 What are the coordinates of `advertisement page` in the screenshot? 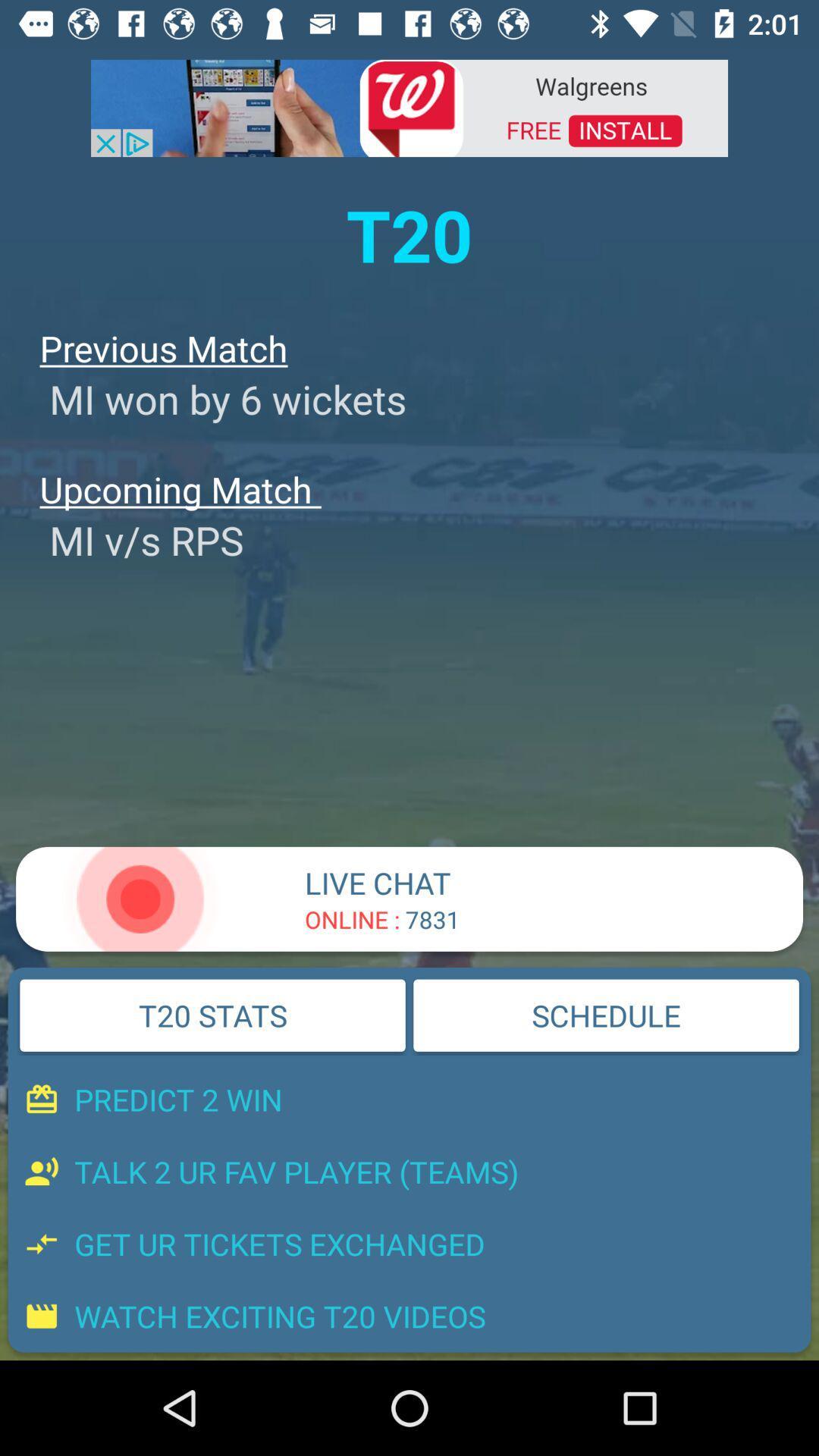 It's located at (409, 106).